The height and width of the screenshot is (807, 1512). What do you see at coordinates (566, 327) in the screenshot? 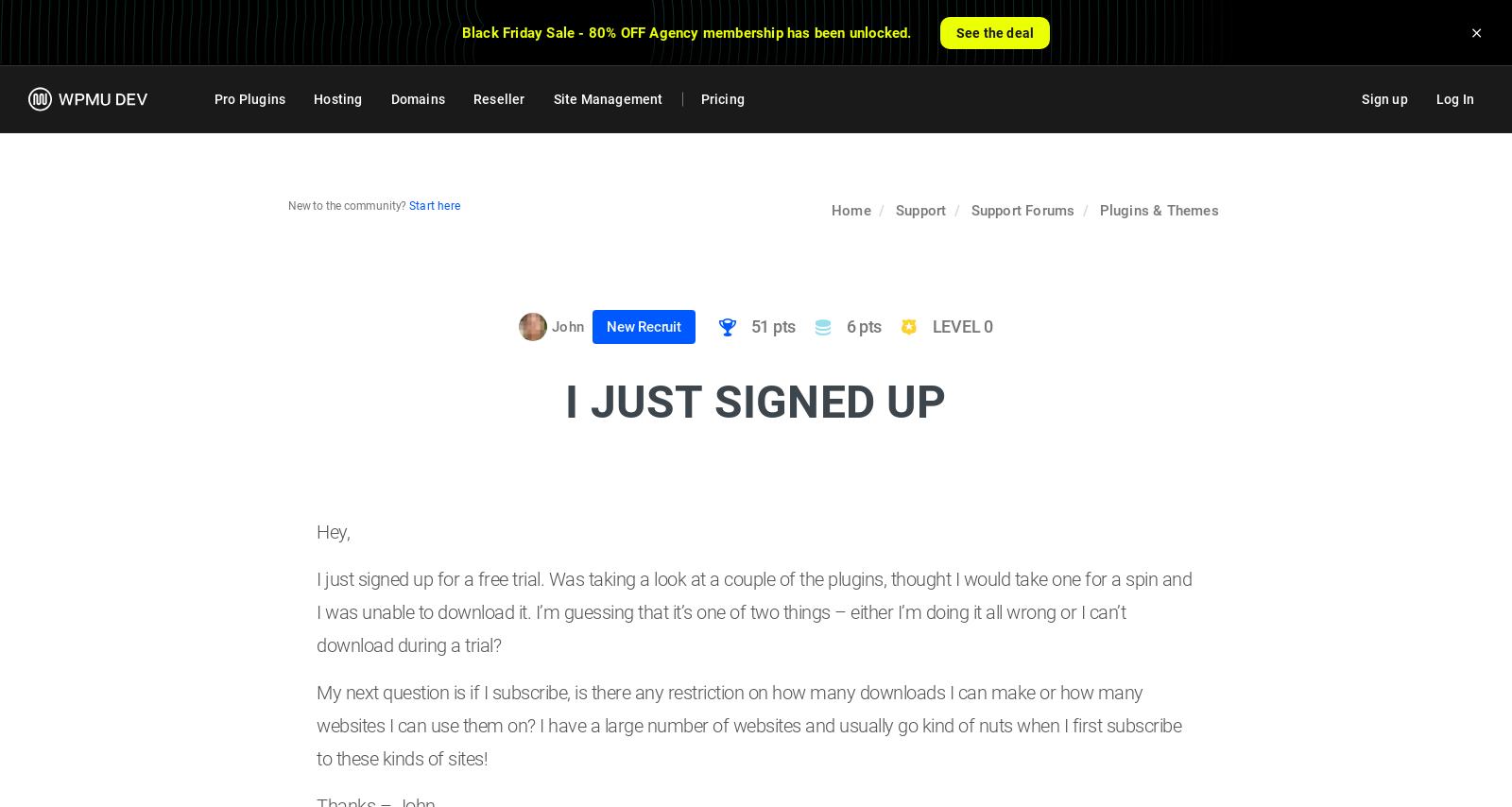
I see `'John'` at bounding box center [566, 327].